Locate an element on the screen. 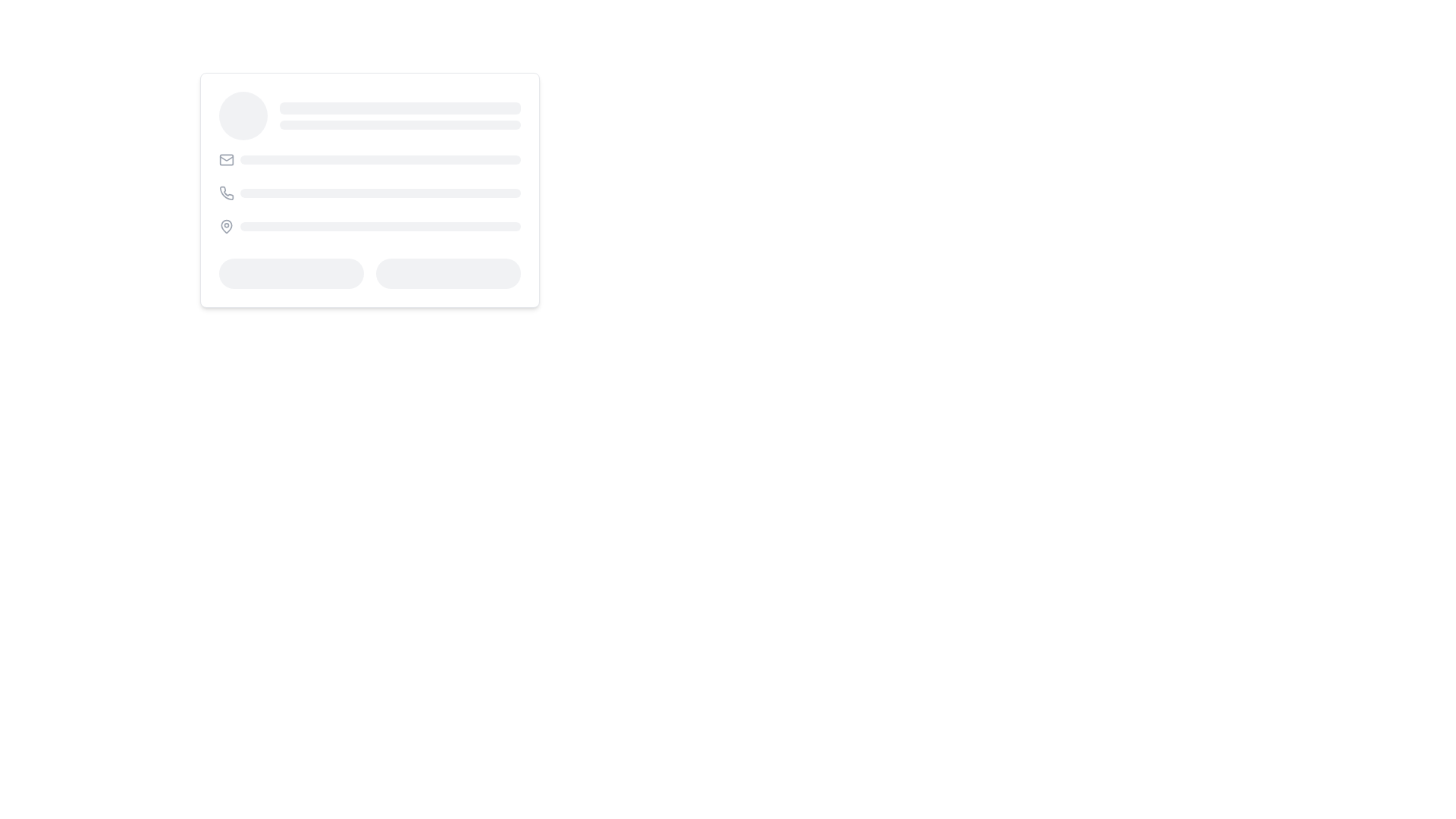 This screenshot has height=819, width=1456. state or data of the topmost row UI component, which features a gray envelope icon and a light gray placeholder is located at coordinates (370, 160).